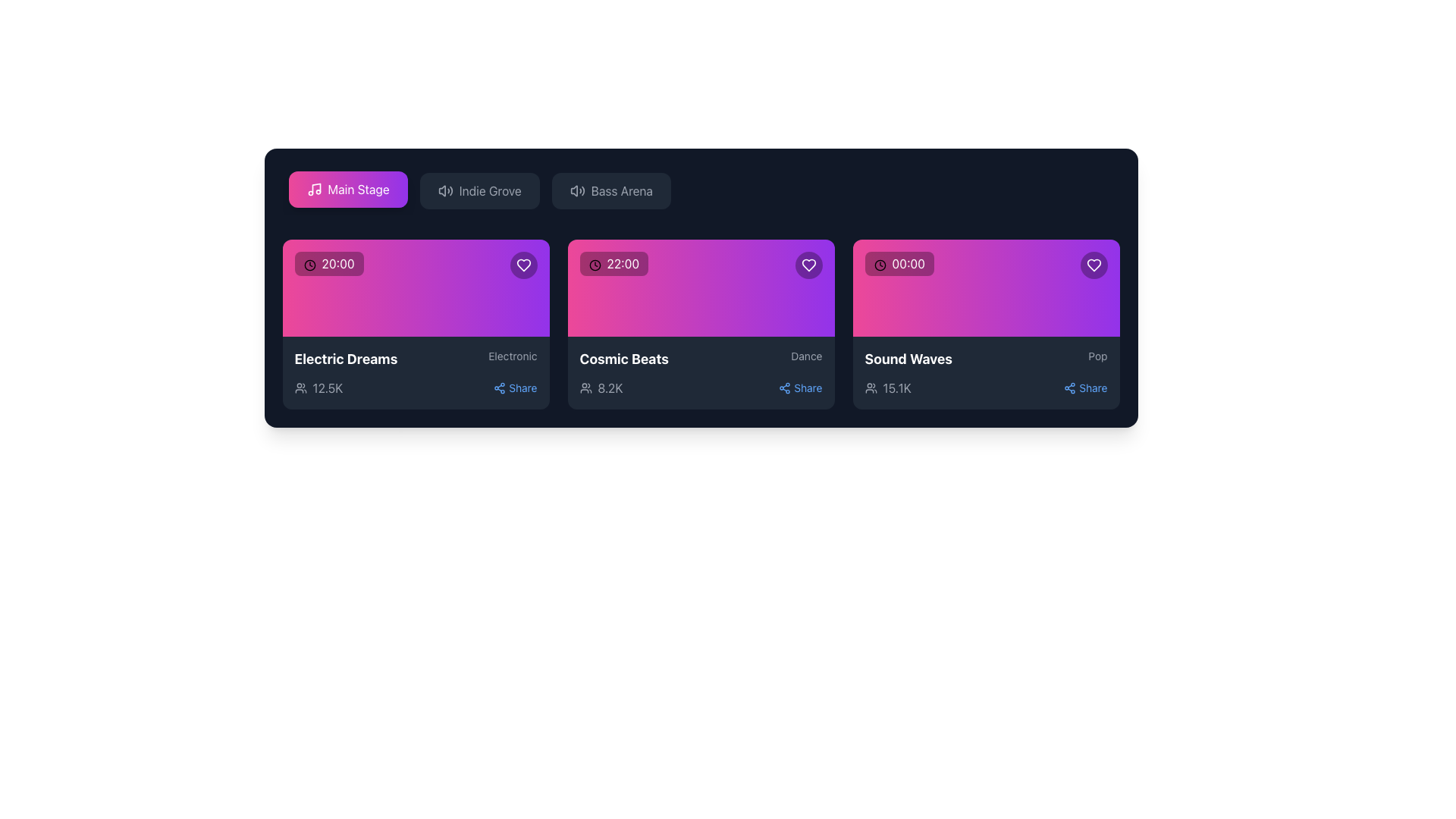 The image size is (1456, 819). Describe the element at coordinates (624, 359) in the screenshot. I see `the static text label that identifies the event in the center of the second event card, which is positioned below the time information and above additional event details` at that location.